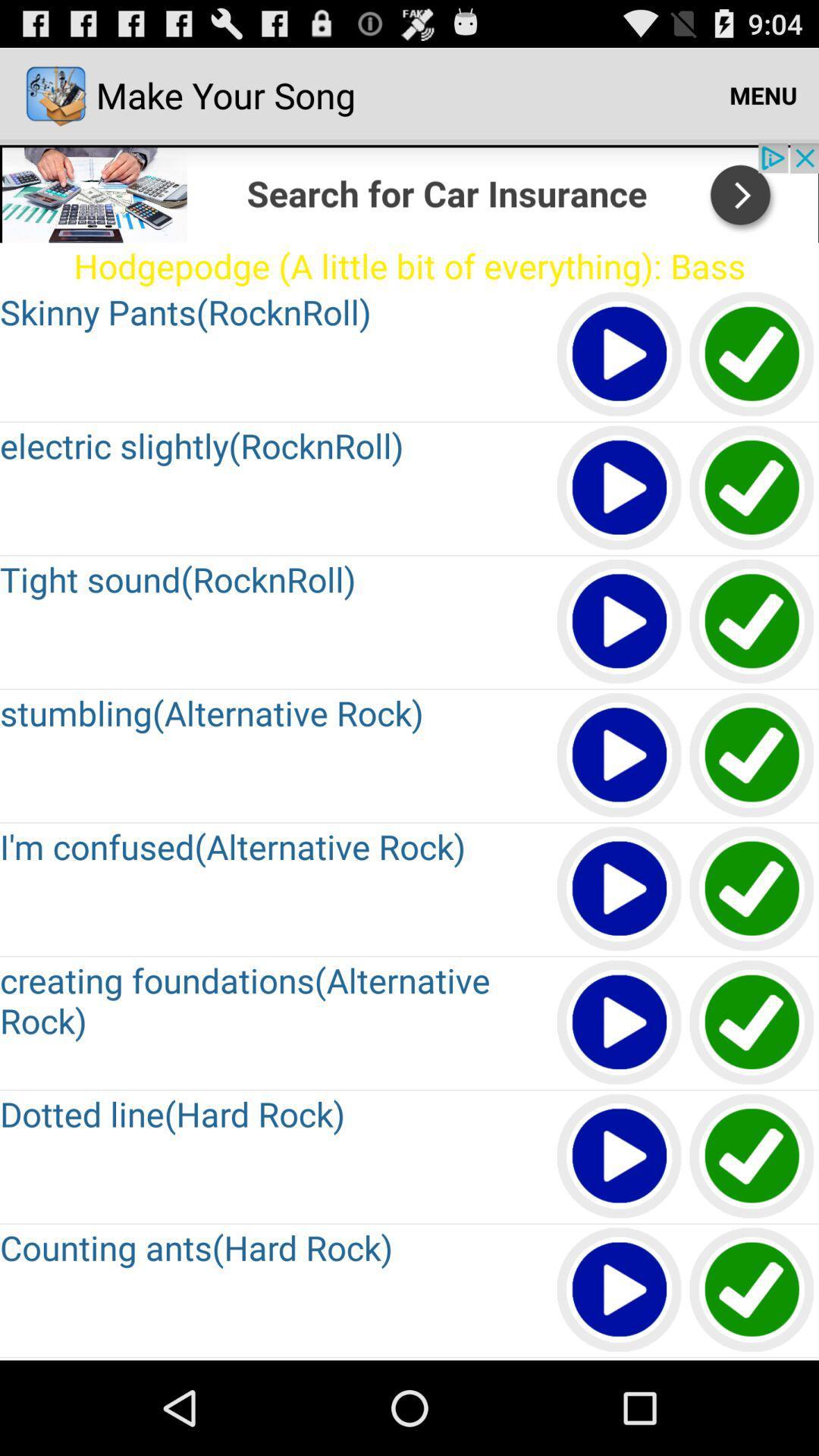  What do you see at coordinates (620, 1023) in the screenshot?
I see `something` at bounding box center [620, 1023].